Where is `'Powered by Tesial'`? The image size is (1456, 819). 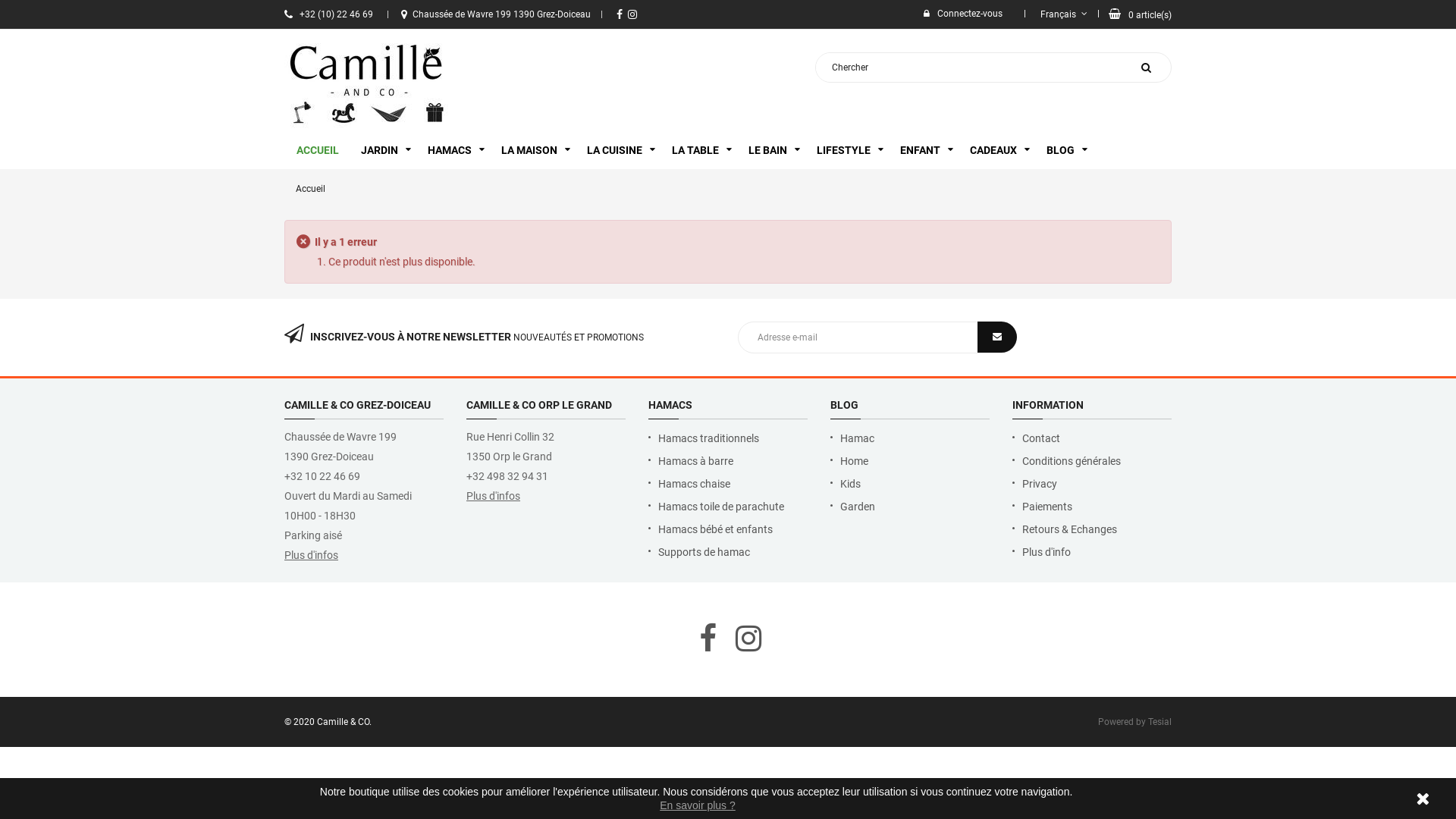 'Powered by Tesial' is located at coordinates (1134, 721).